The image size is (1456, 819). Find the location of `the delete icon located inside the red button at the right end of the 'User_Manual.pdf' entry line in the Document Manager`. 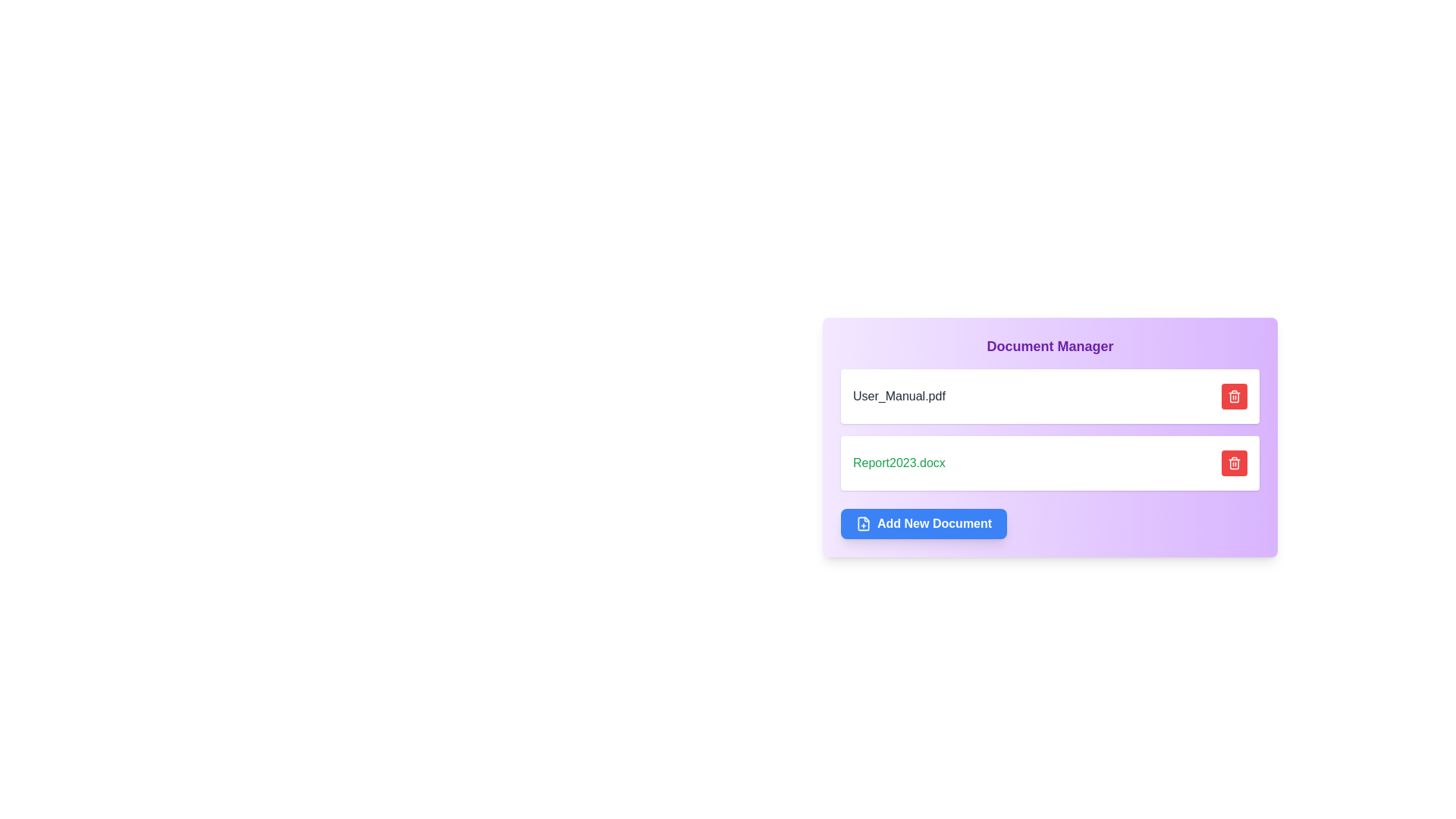

the delete icon located inside the red button at the right end of the 'User_Manual.pdf' entry line in the Document Manager is located at coordinates (1234, 396).